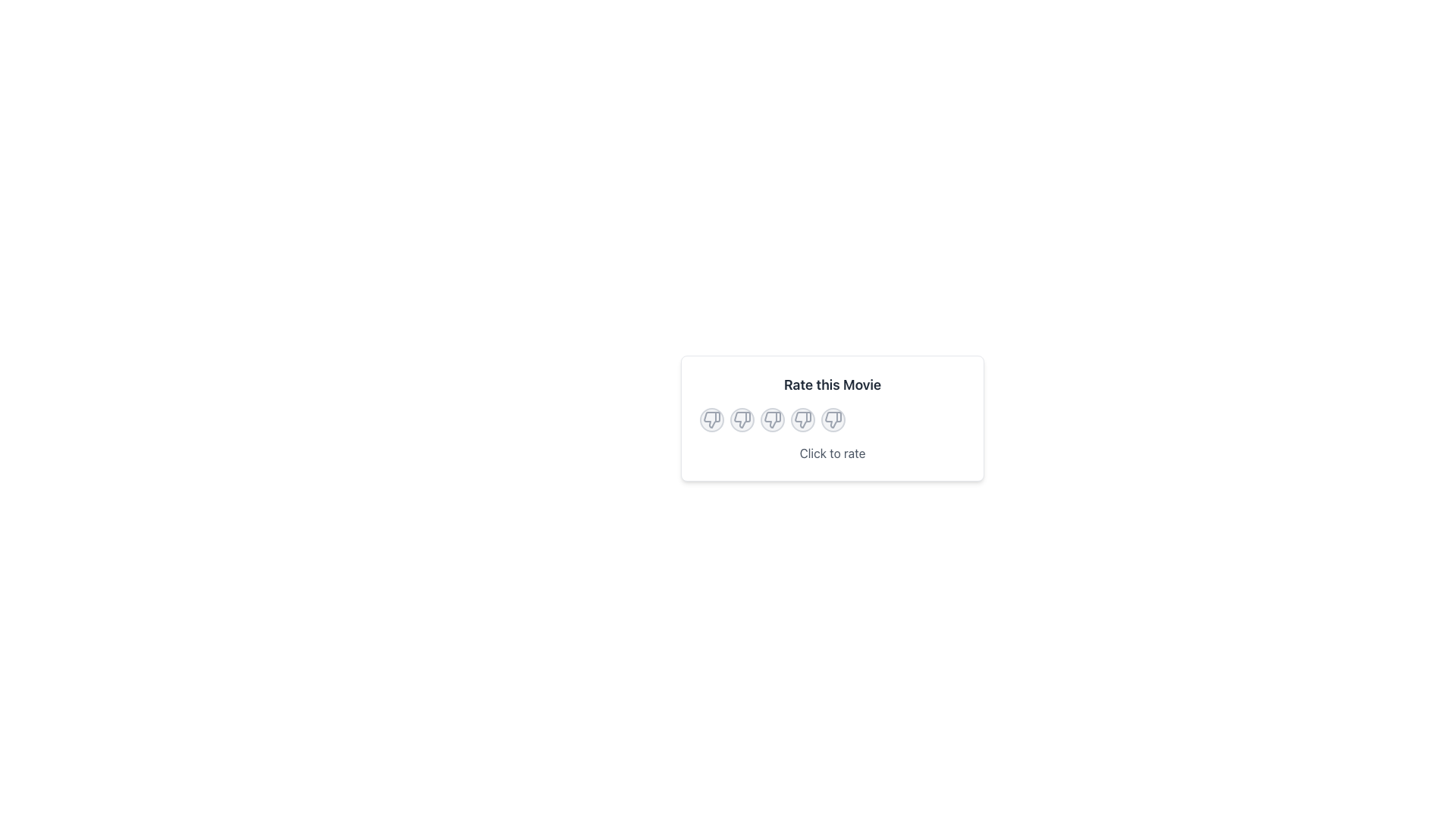 This screenshot has height=819, width=1456. What do you see at coordinates (742, 420) in the screenshot?
I see `the second thumbs-down rating button` at bounding box center [742, 420].